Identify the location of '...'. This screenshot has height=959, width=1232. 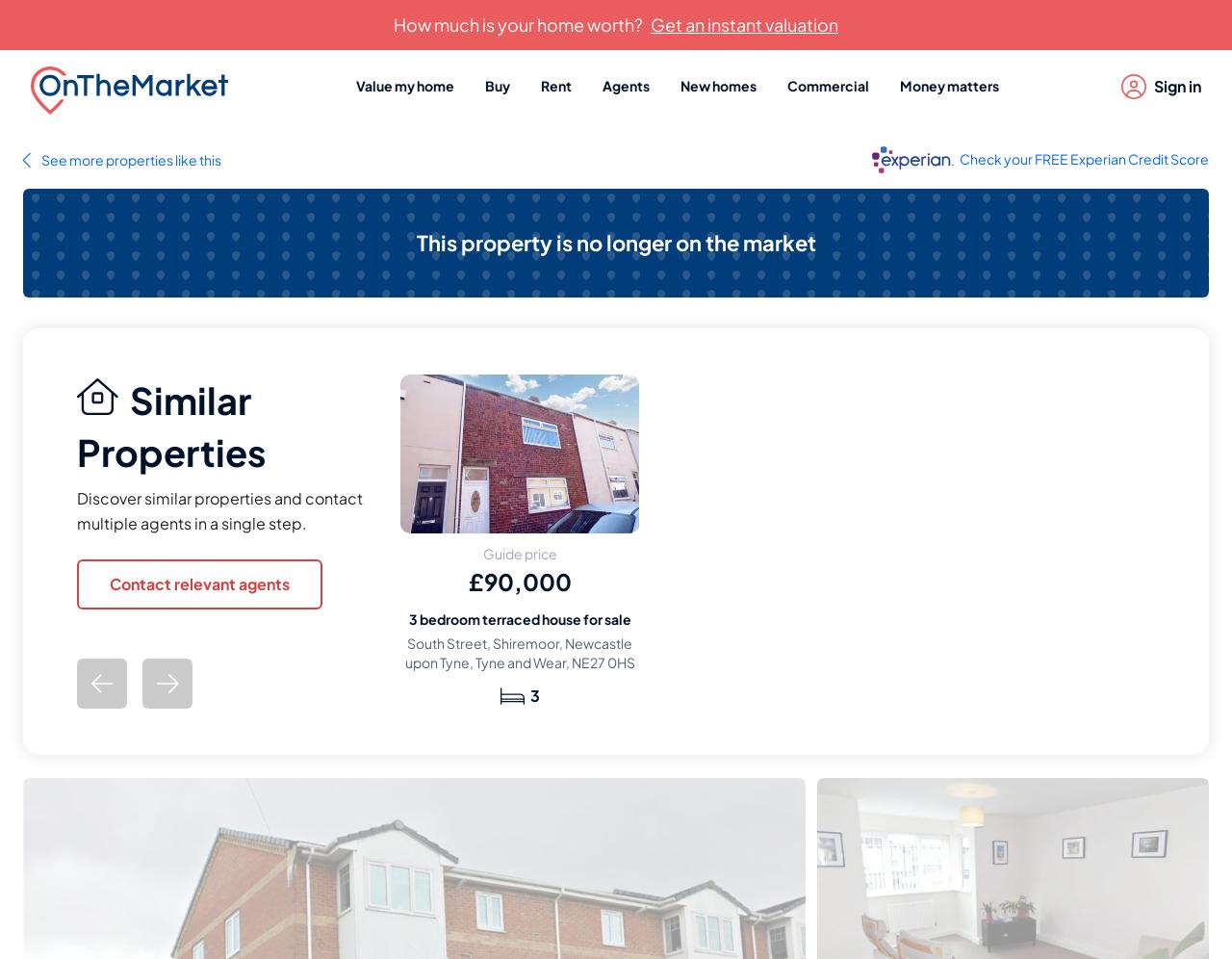
(7, 13).